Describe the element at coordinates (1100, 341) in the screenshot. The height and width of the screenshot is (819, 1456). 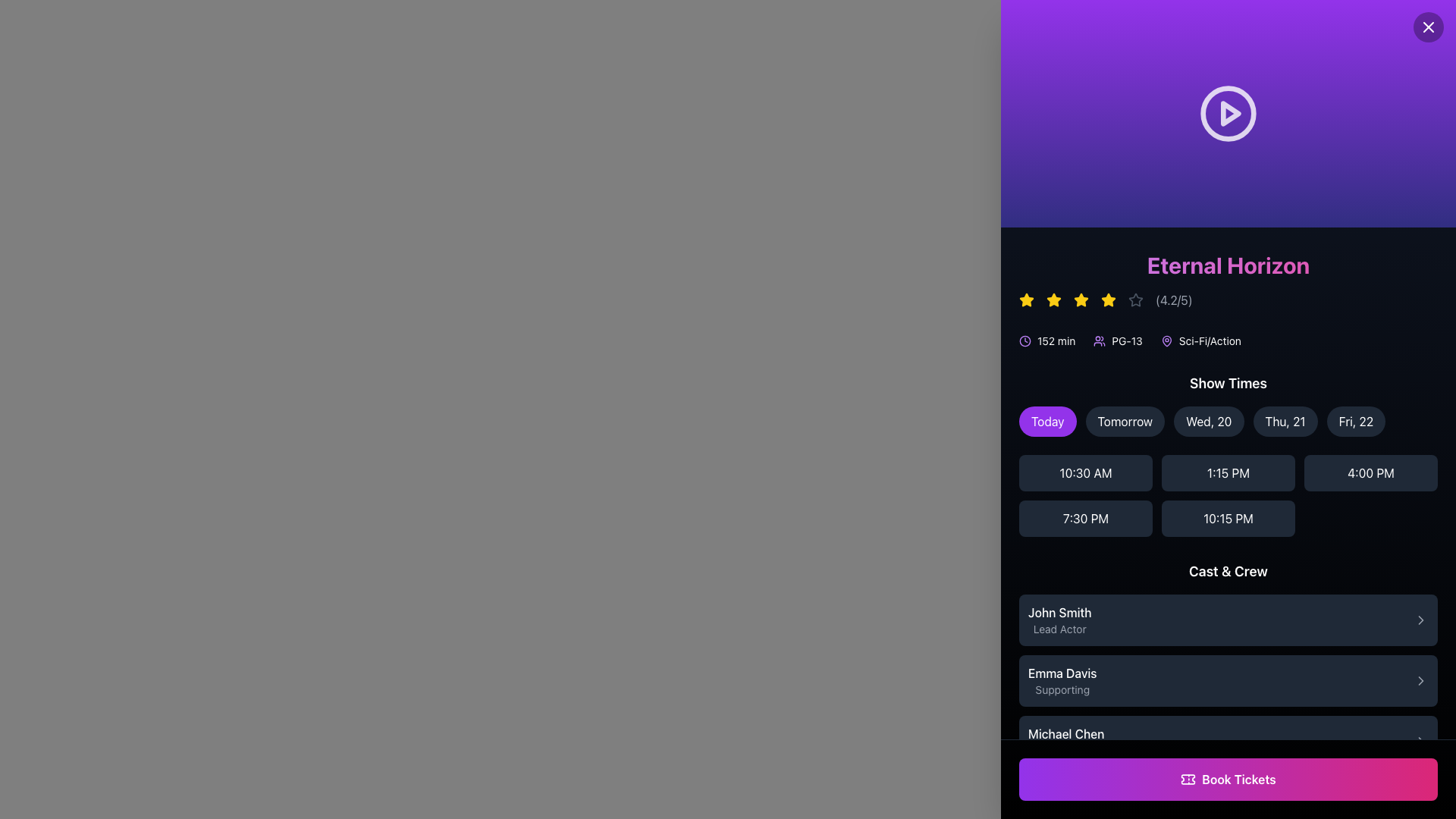
I see `the icon represented by two stylized user silhouettes, colored purple, located to the immediate left of the text 'PG-13' under the title 'Eternal Horizon'` at that location.